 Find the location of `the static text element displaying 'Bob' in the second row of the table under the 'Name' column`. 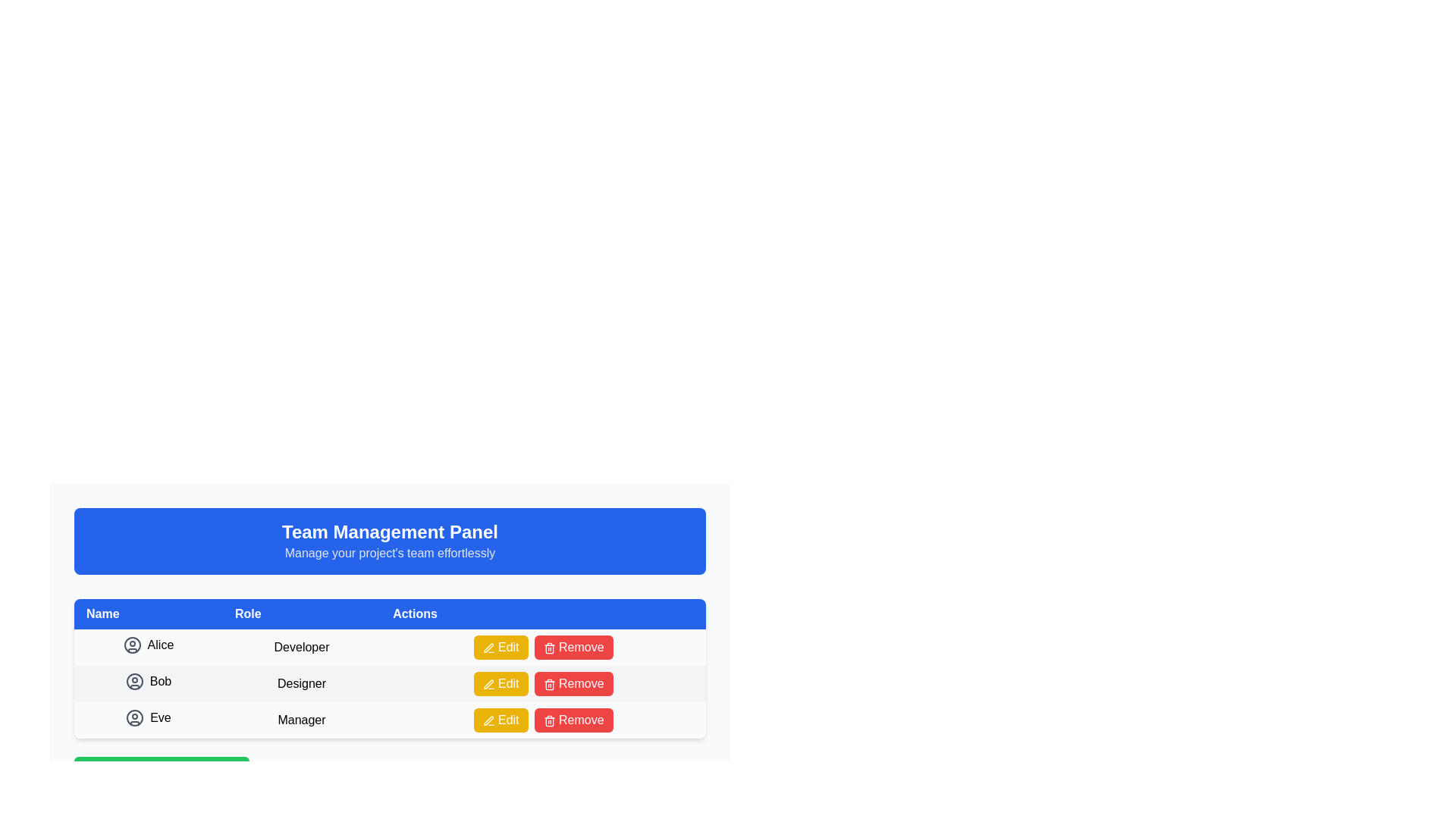

the static text element displaying 'Bob' in the second row of the table under the 'Name' column is located at coordinates (160, 680).